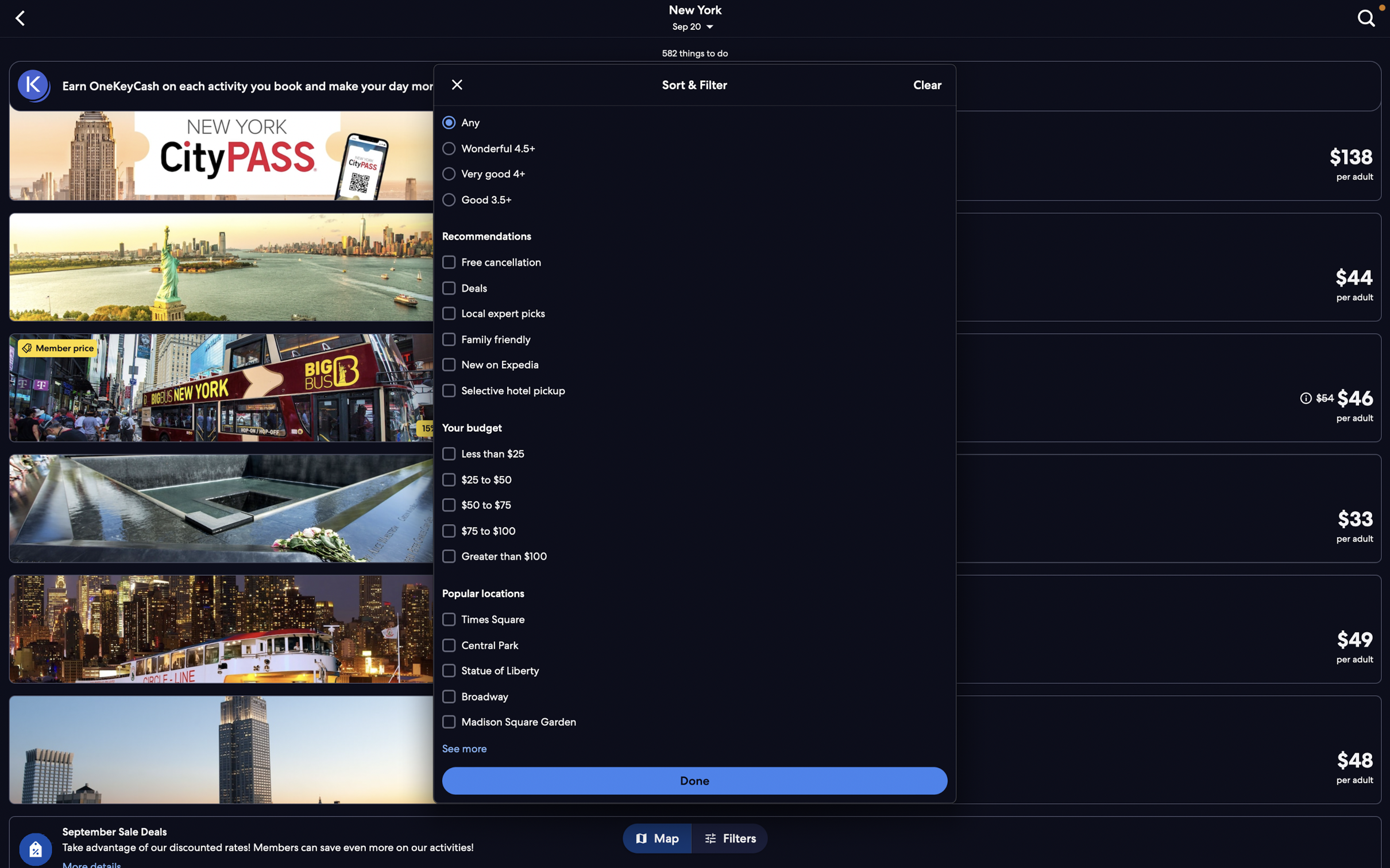 The image size is (1390, 868). Describe the element at coordinates (693, 174) in the screenshot. I see `Display only places with more than 4 stars rating` at that location.